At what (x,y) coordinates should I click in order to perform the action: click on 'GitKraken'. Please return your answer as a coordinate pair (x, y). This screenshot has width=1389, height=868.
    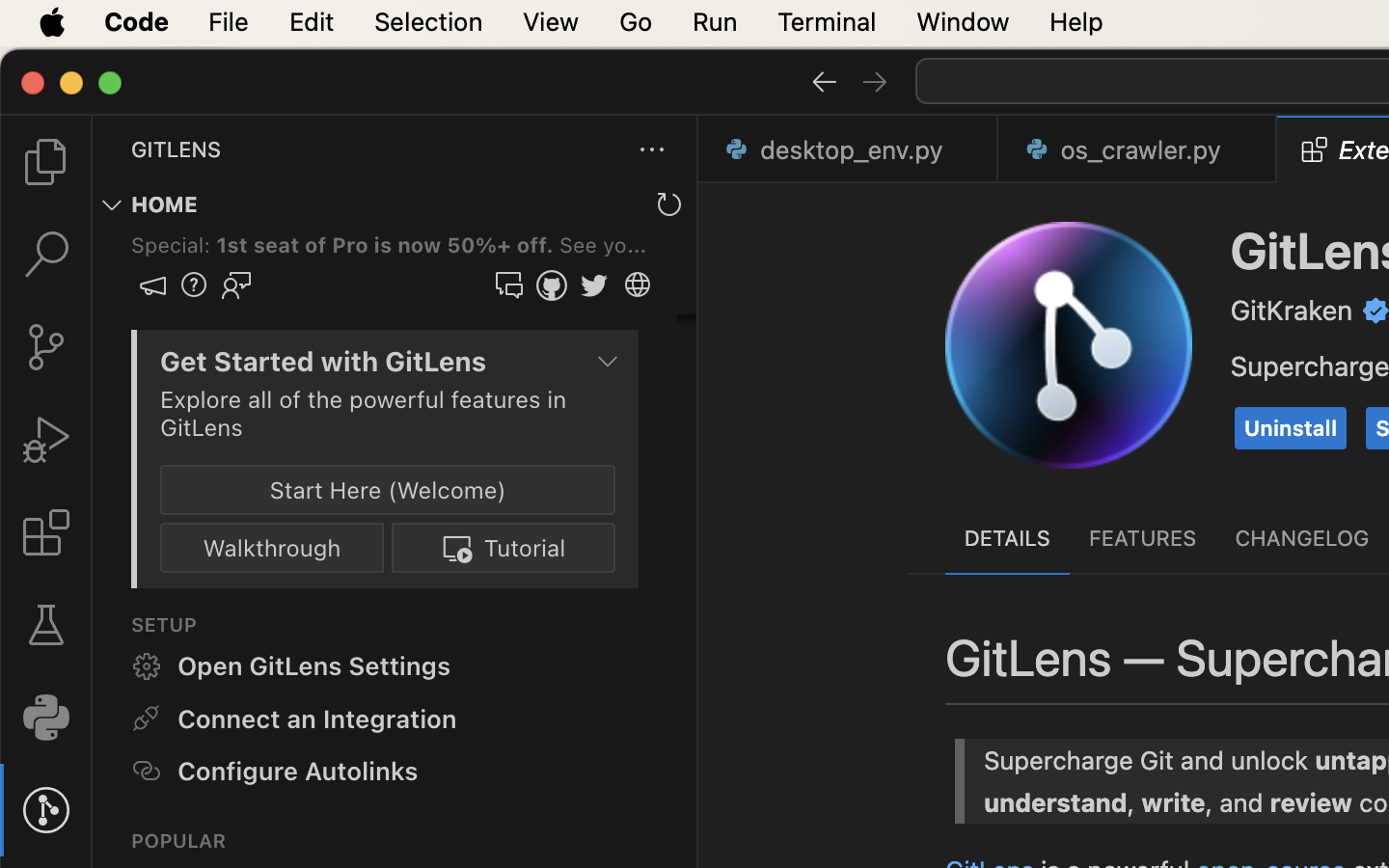
    Looking at the image, I should click on (1292, 310).